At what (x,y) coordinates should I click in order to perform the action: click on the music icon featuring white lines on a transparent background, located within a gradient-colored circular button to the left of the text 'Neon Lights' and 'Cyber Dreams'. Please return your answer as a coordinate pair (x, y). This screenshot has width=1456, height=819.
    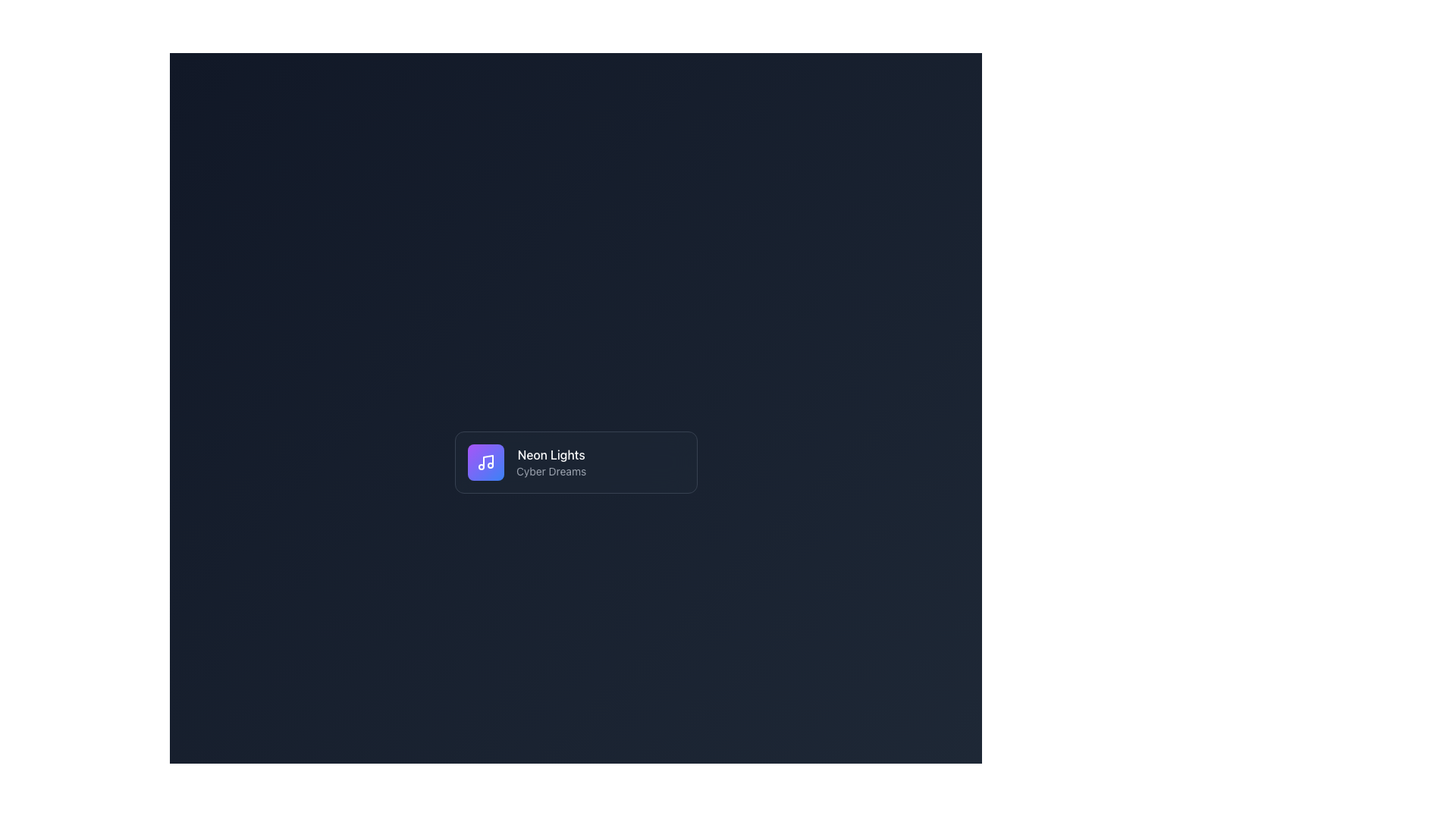
    Looking at the image, I should click on (485, 461).